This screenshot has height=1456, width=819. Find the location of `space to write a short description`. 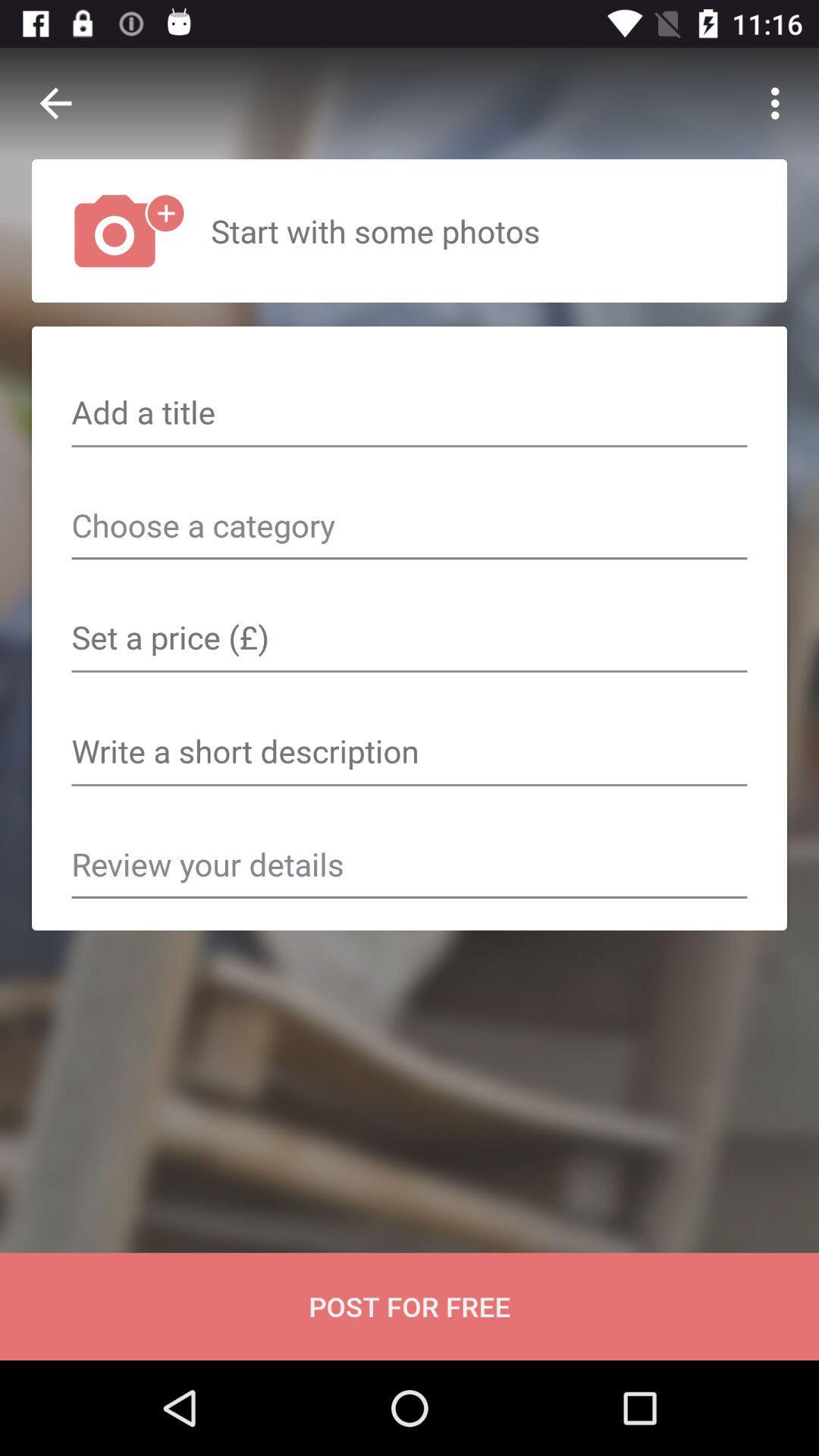

space to write a short description is located at coordinates (409, 753).